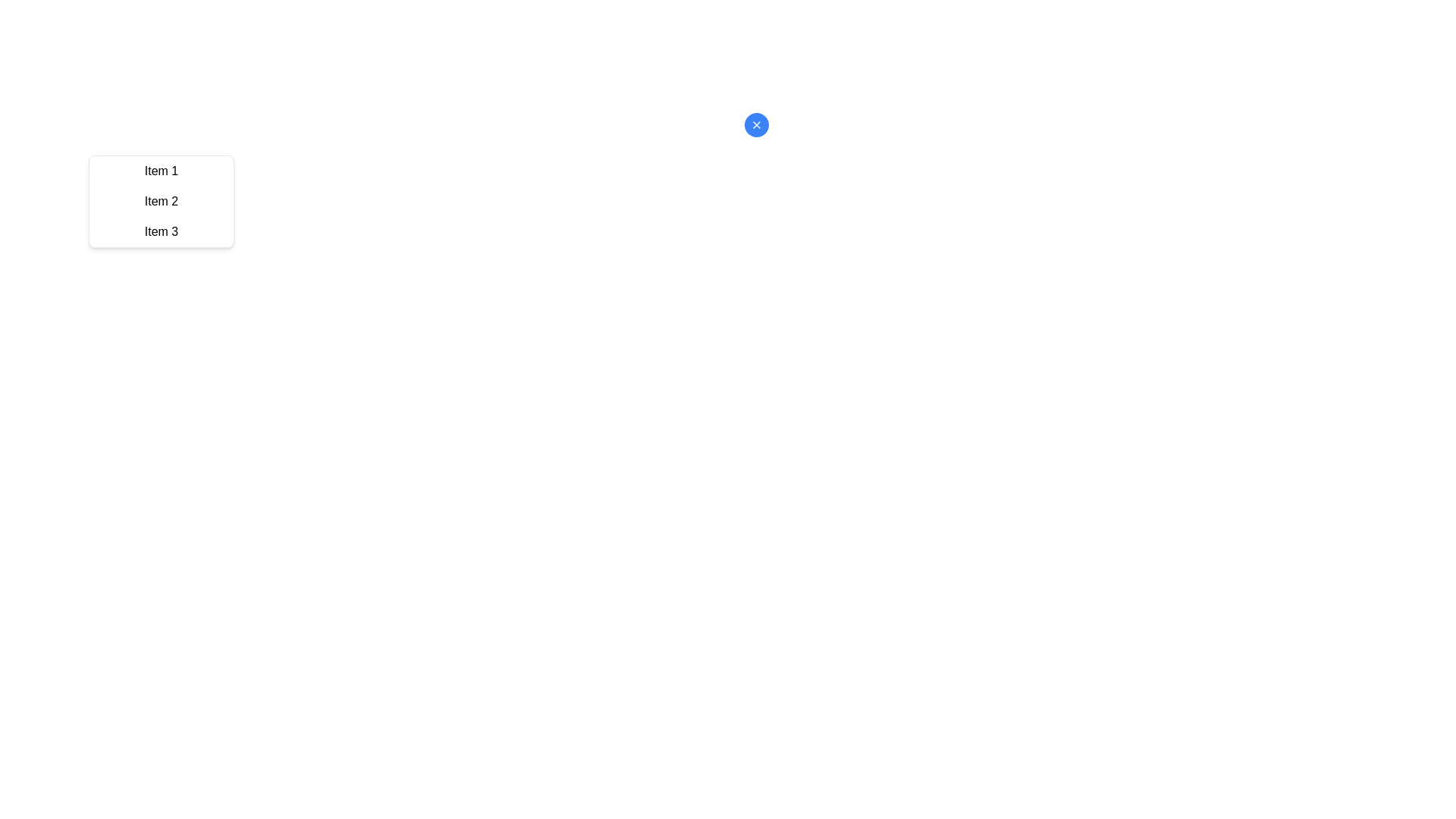 This screenshot has width=1456, height=819. What do you see at coordinates (756, 124) in the screenshot?
I see `the blue circular button with a white 'X' icon at the top center of the interface` at bounding box center [756, 124].